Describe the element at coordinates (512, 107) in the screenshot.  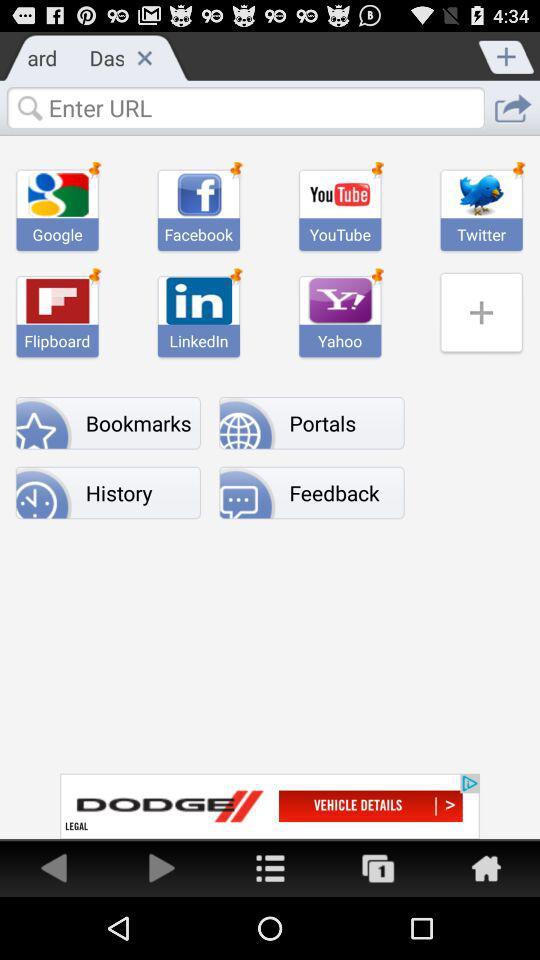
I see `url` at that location.